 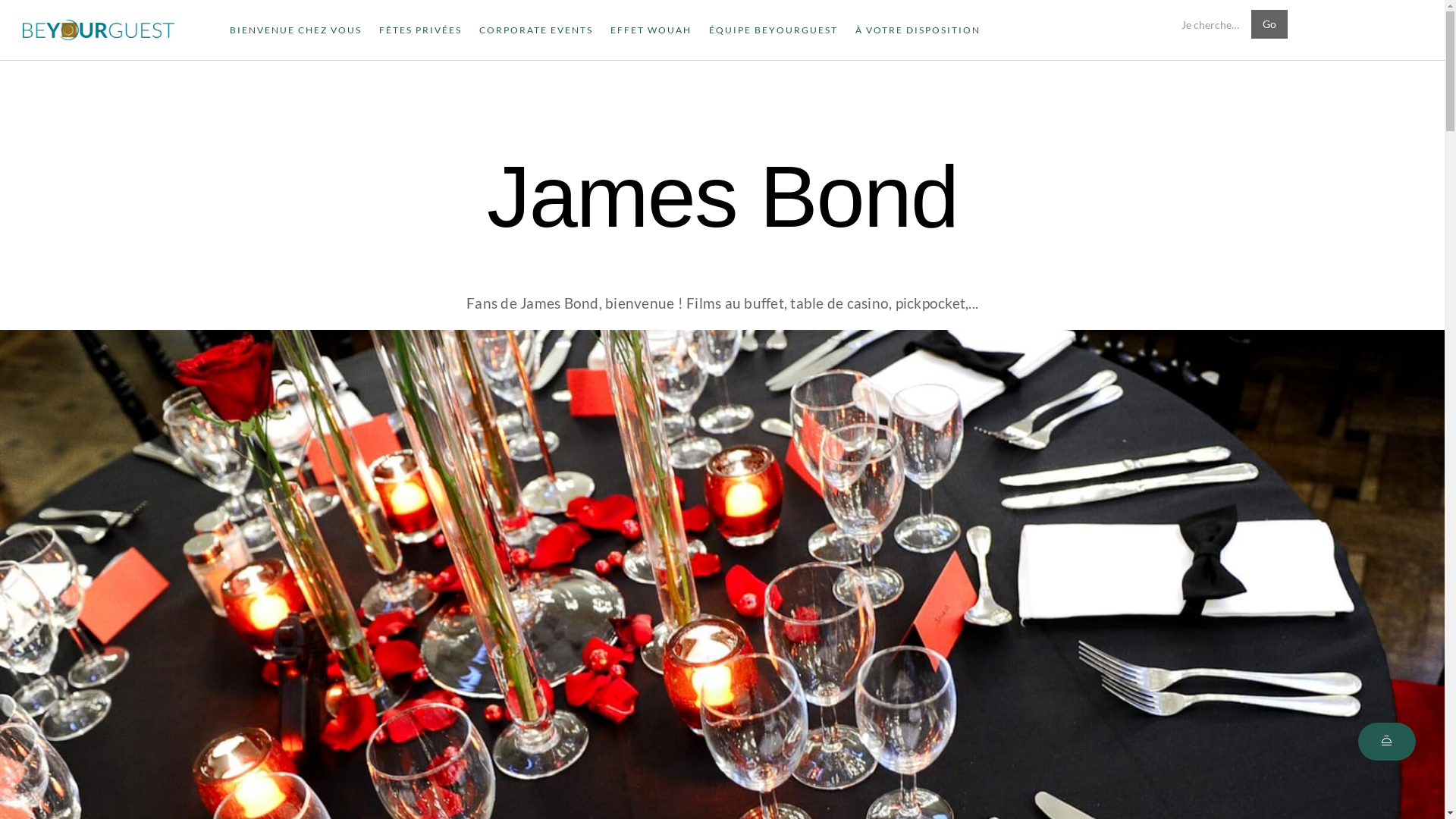 What do you see at coordinates (295, 30) in the screenshot?
I see `'BIENVENUE CHEZ VOUS'` at bounding box center [295, 30].